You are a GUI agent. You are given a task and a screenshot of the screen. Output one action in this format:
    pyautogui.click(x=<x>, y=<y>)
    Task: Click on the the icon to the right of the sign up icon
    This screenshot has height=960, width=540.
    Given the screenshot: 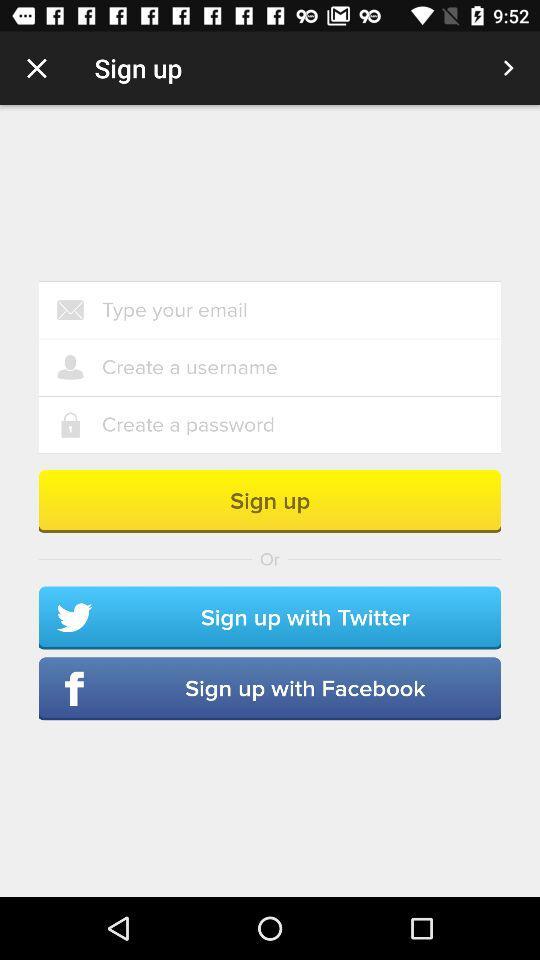 What is the action you would take?
    pyautogui.click(x=508, y=68)
    